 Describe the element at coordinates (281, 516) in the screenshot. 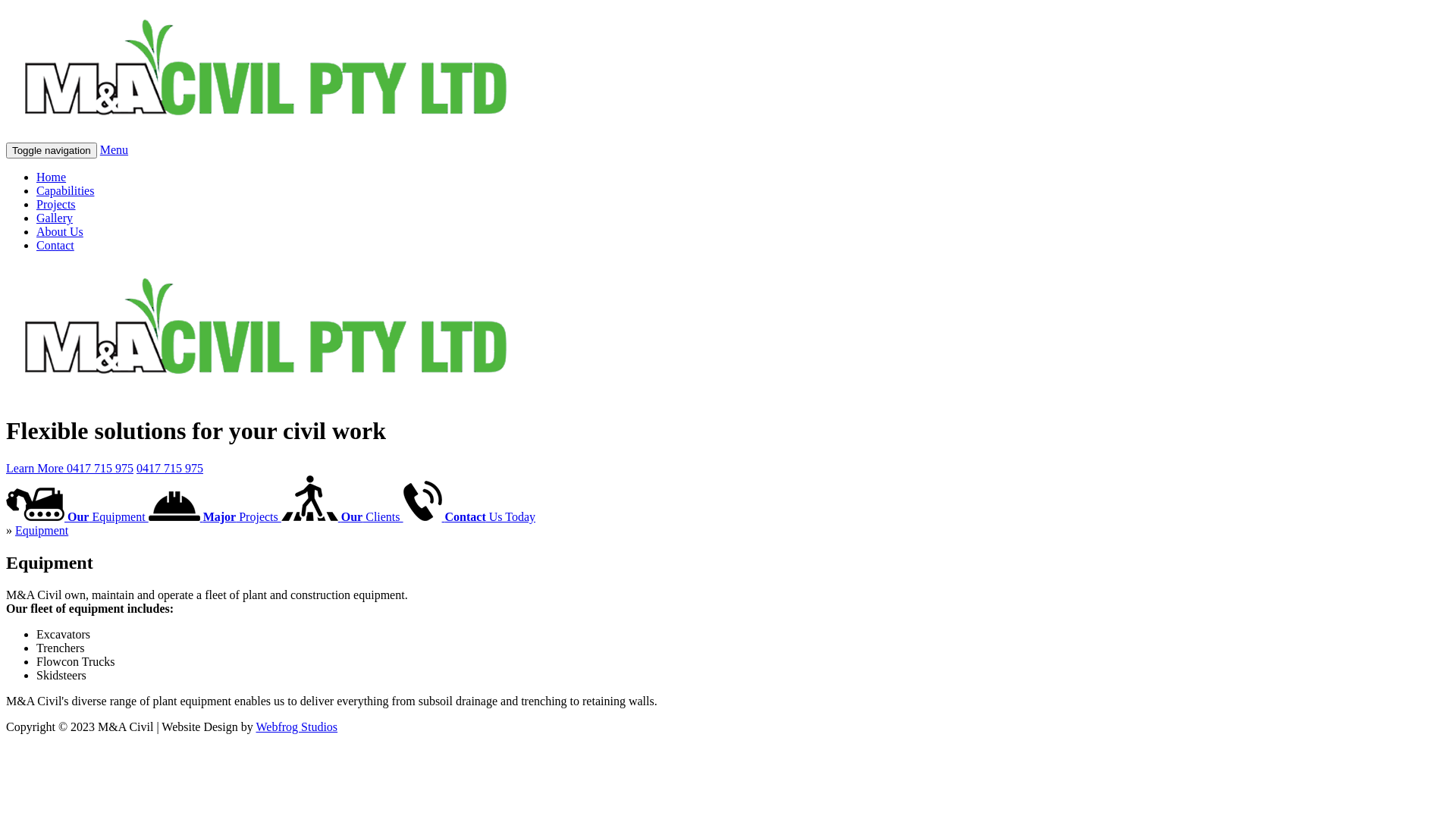

I see `'Our Clients'` at that location.